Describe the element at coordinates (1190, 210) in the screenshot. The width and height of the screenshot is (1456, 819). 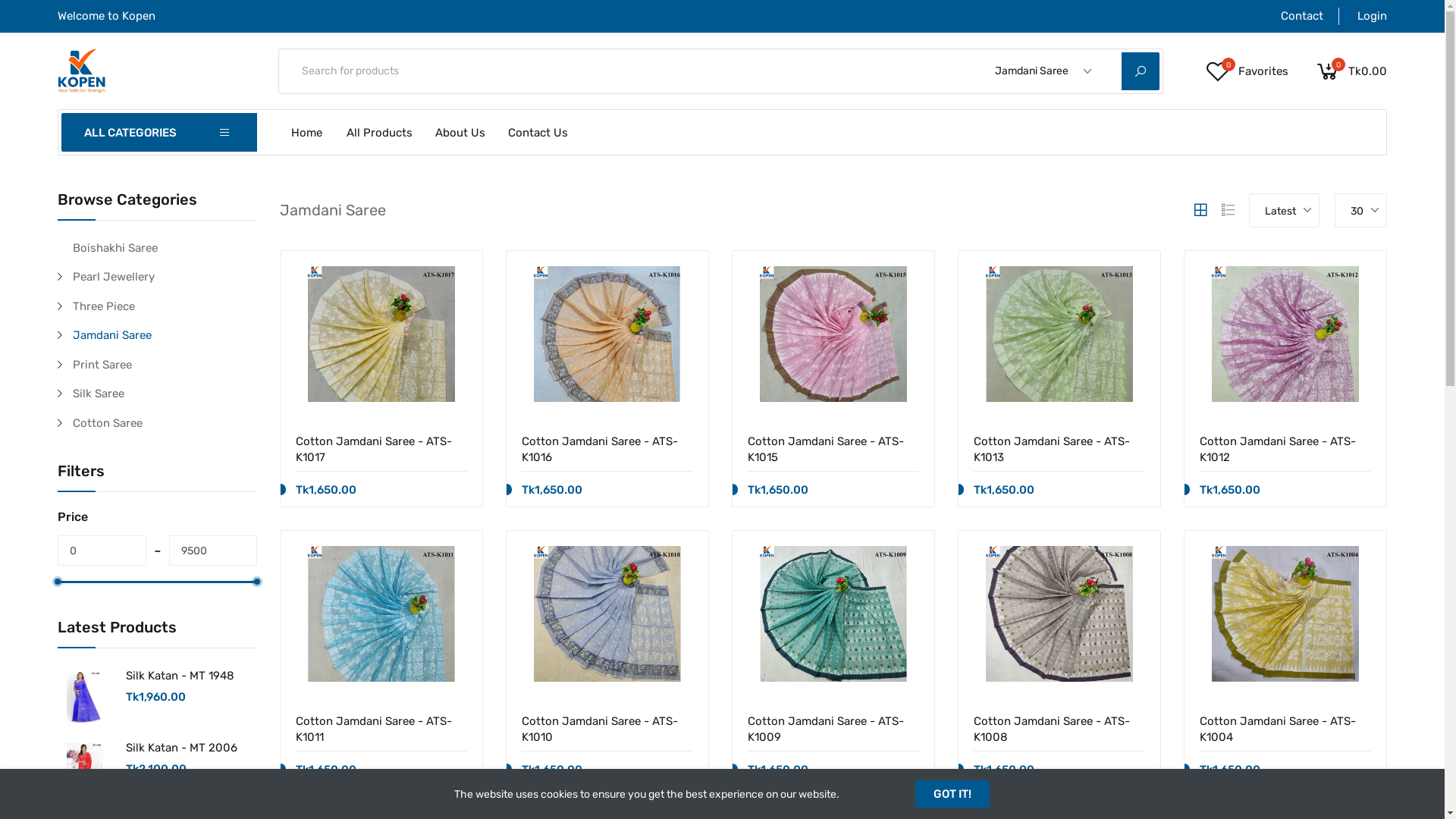
I see `'Grid View'` at that location.